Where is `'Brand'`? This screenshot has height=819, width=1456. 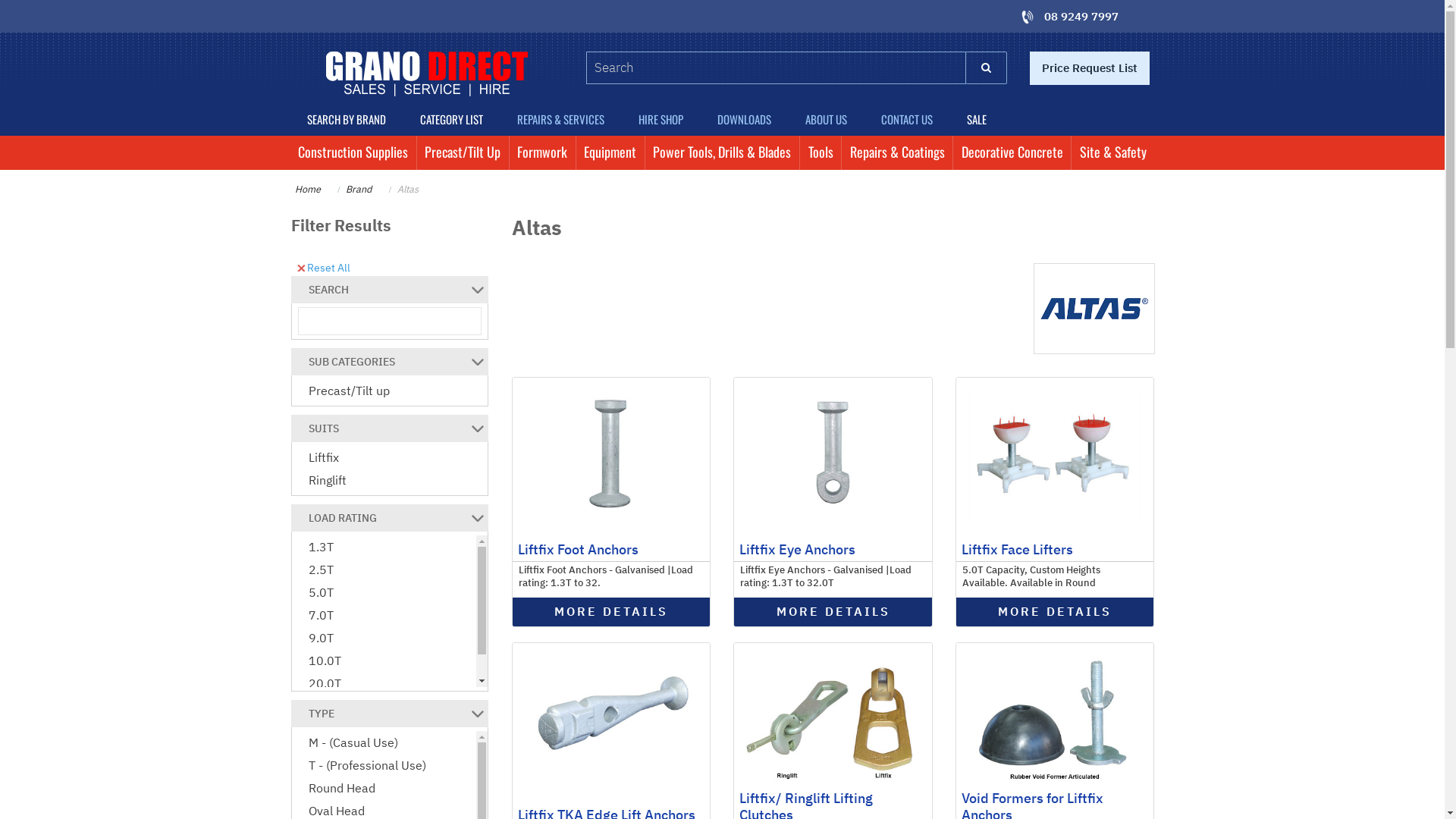 'Brand' is located at coordinates (358, 188).